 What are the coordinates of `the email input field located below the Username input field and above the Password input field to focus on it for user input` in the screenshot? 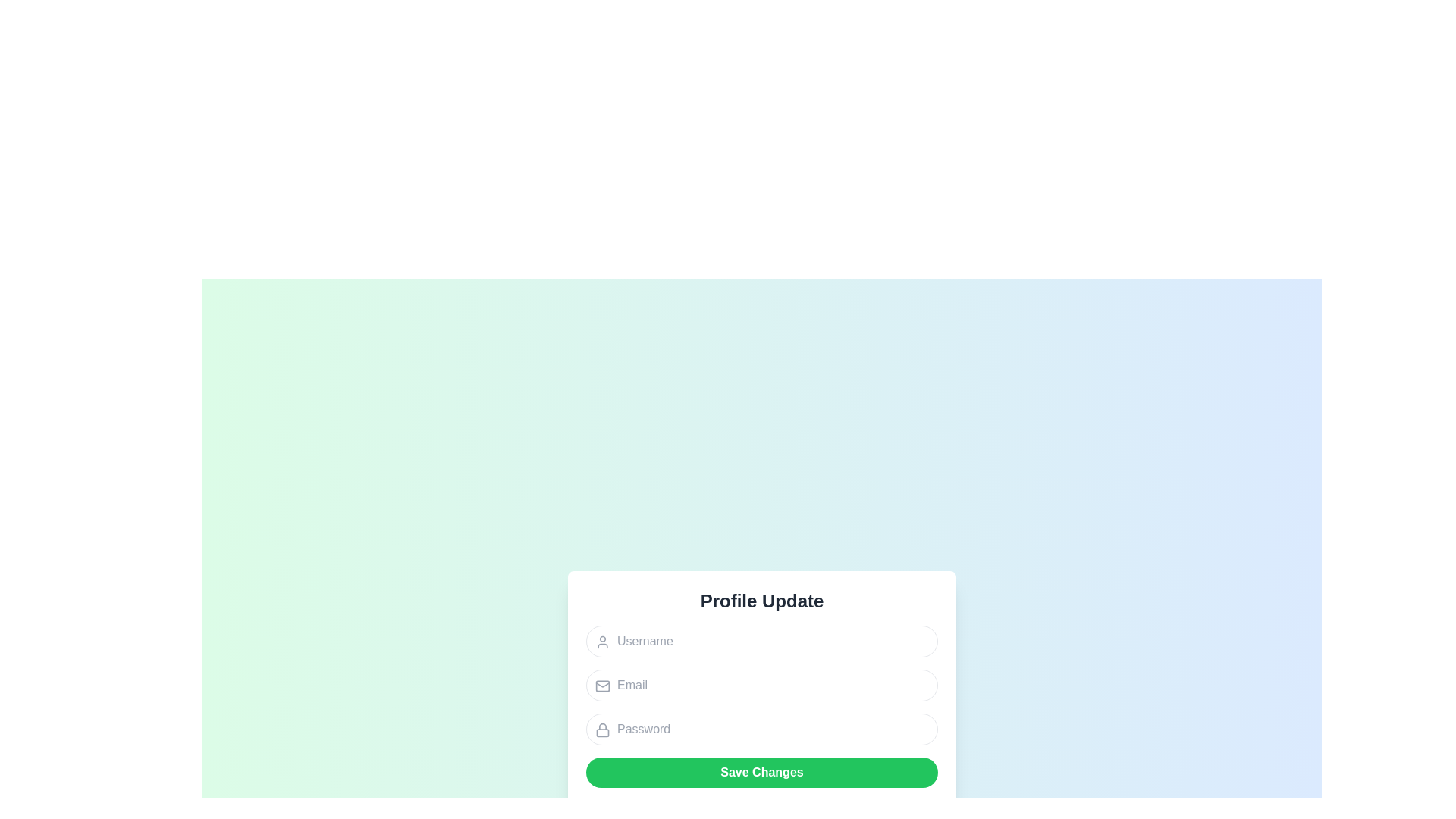 It's located at (761, 688).